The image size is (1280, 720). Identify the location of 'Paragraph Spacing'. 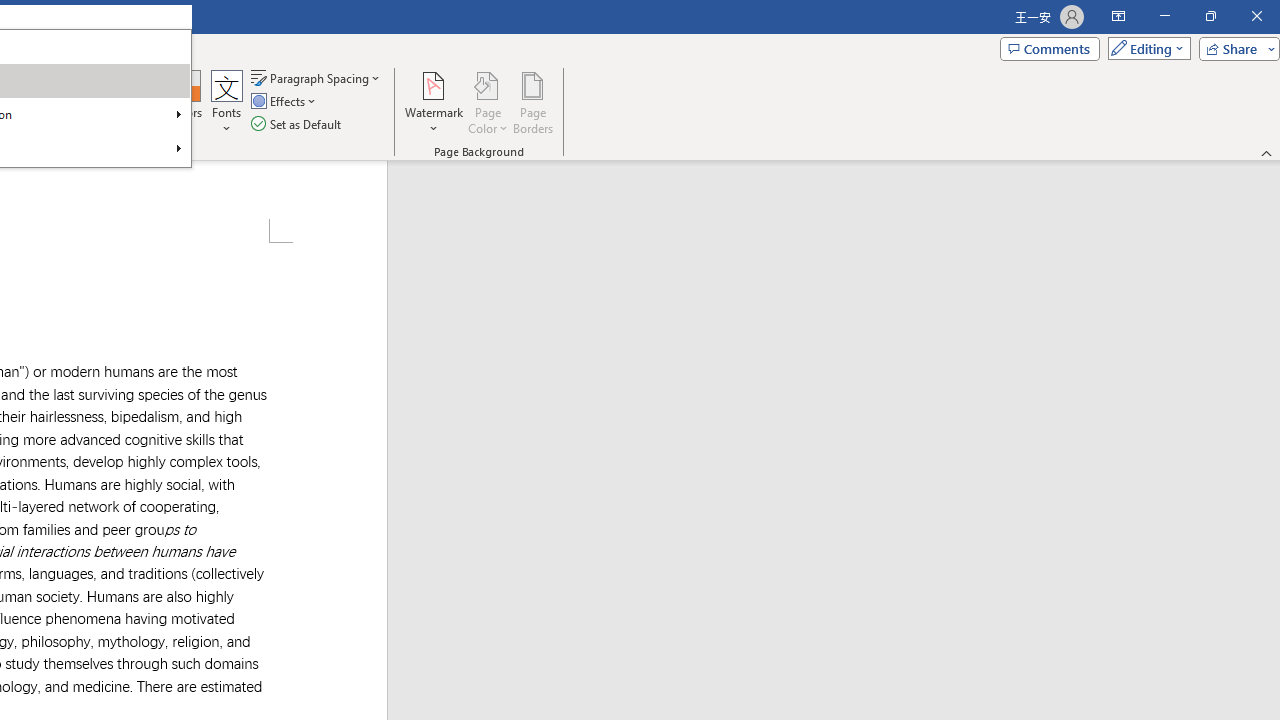
(316, 77).